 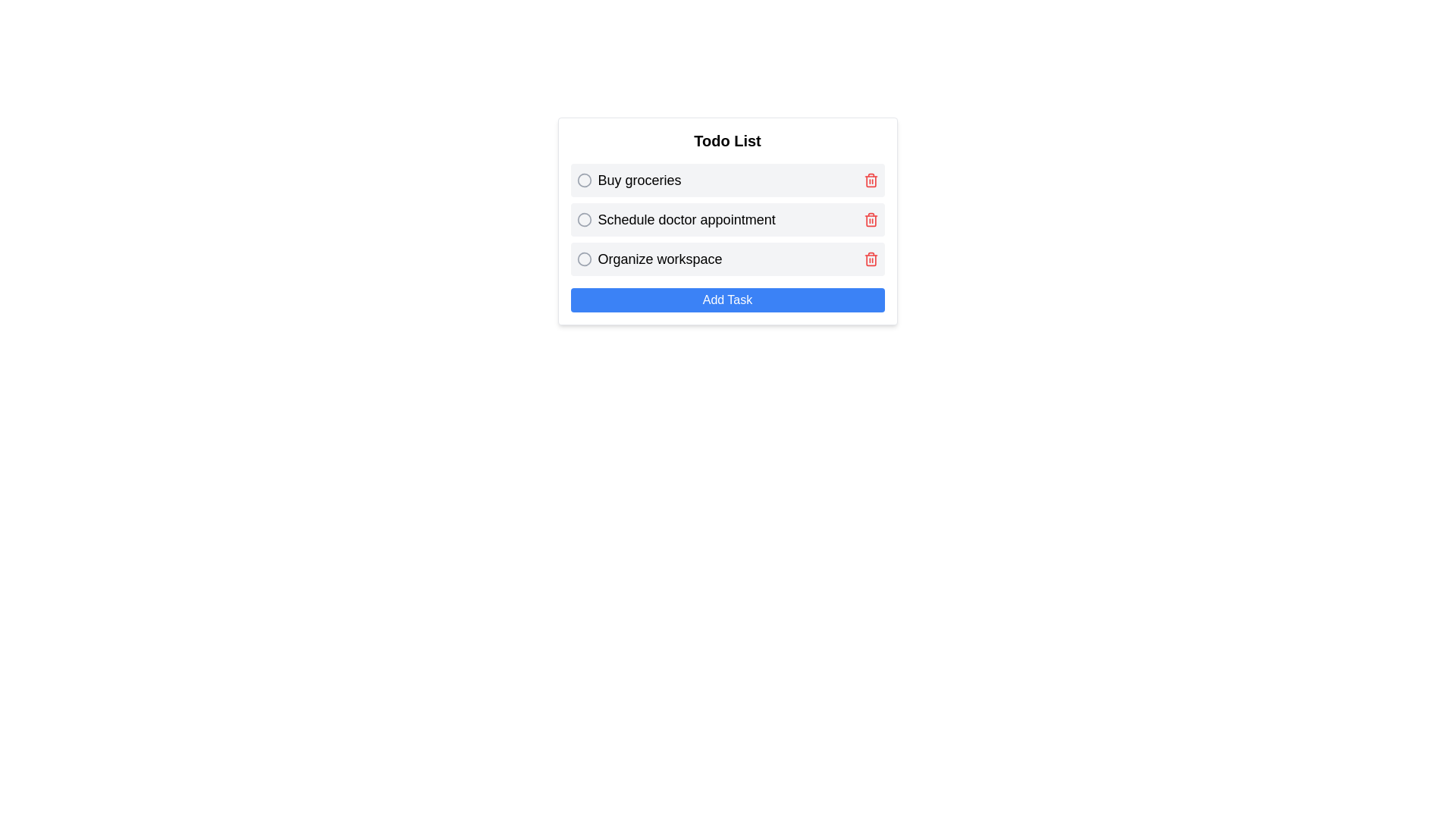 I want to click on text of the label that indicates the first task in the to-do list, which is titled 'Buy groceries.', so click(x=639, y=180).